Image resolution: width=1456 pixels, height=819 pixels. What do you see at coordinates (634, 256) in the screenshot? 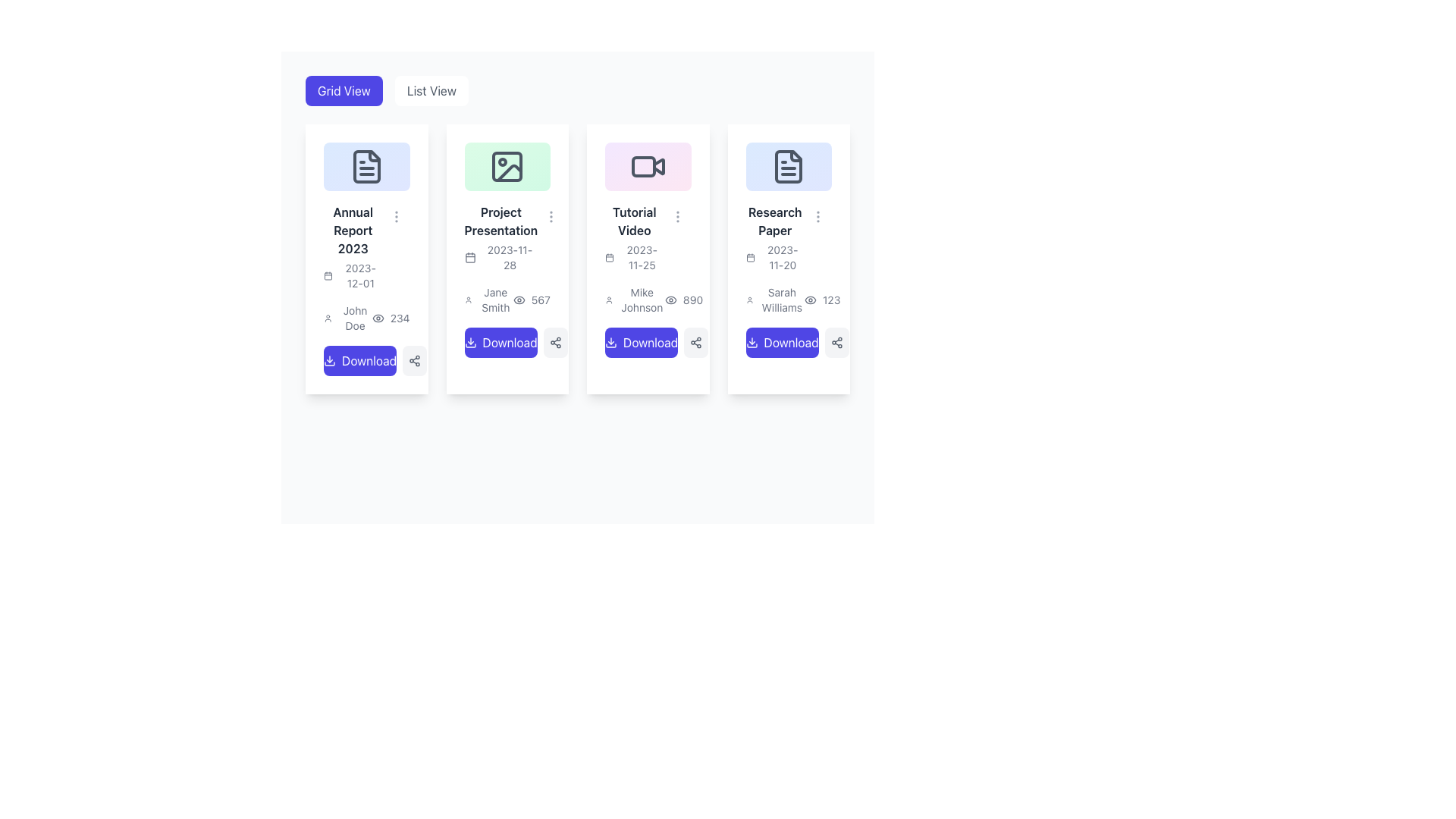
I see `the text label displaying the date '2023-11-25' with a calendar icon, located under the title 'Tutorial Video' in the third card of the horizontally aligned grid layout` at bounding box center [634, 256].